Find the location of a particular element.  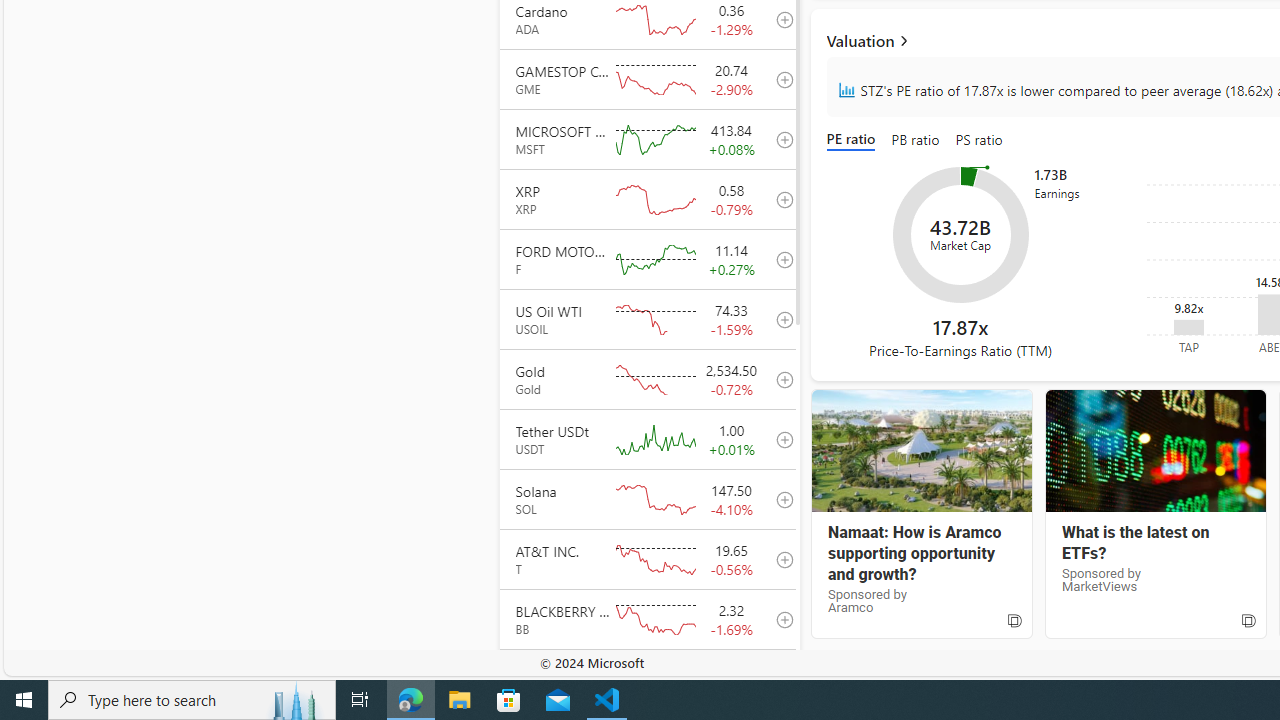

'Aramco' is located at coordinates (920, 451).